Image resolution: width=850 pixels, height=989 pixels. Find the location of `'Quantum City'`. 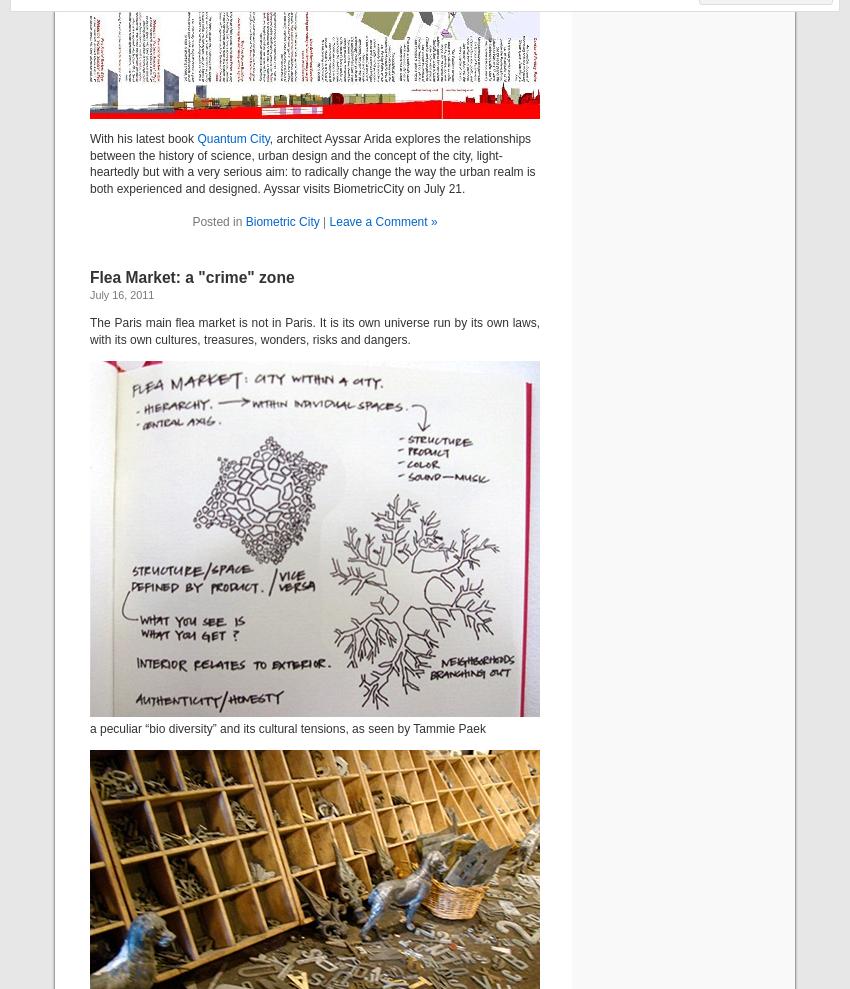

'Quantum City' is located at coordinates (232, 136).